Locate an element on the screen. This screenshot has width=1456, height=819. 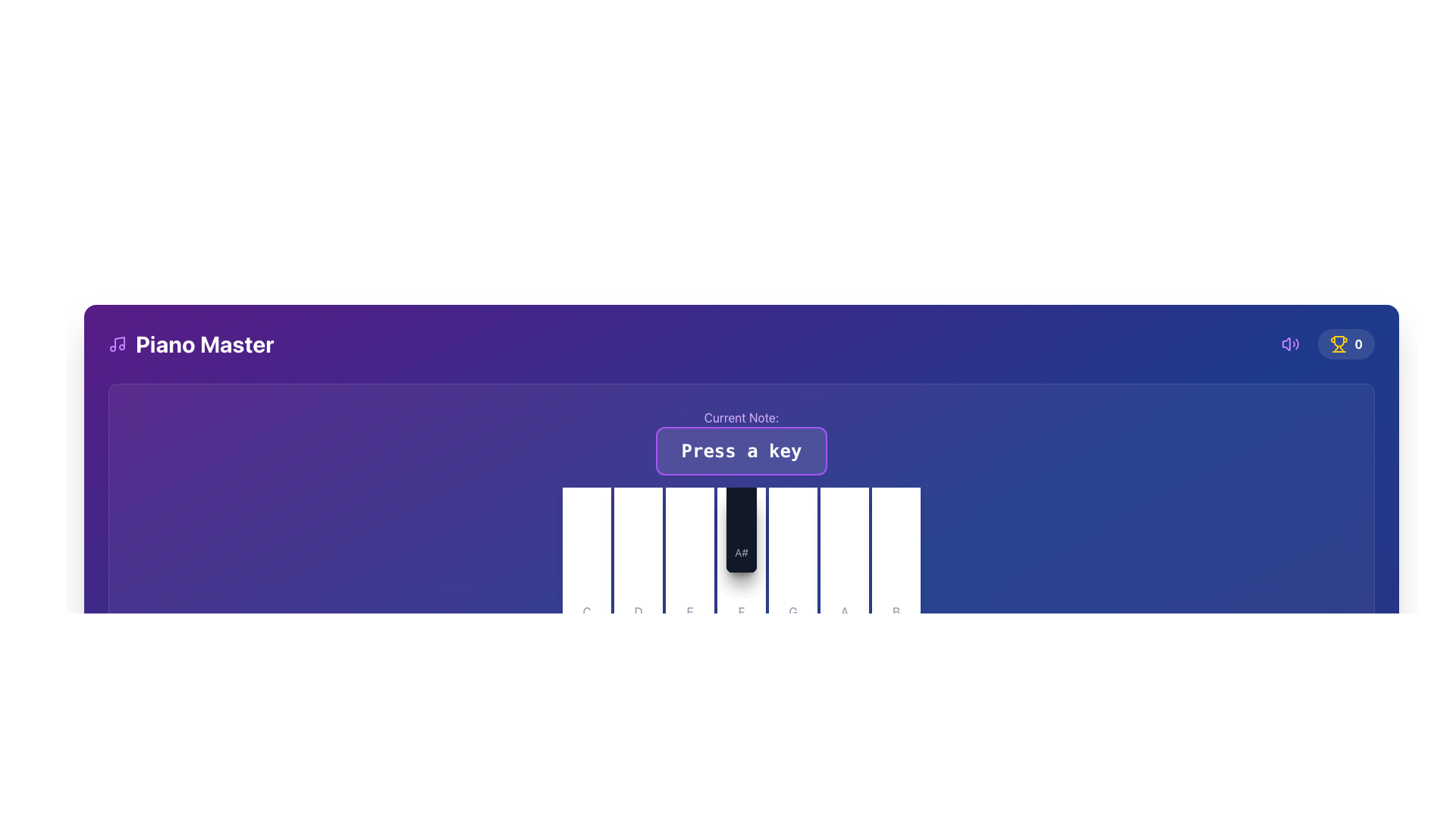
the musical note 'B' button located in the lower section of the virtual piano interface to play the corresponding note is located at coordinates (896, 560).